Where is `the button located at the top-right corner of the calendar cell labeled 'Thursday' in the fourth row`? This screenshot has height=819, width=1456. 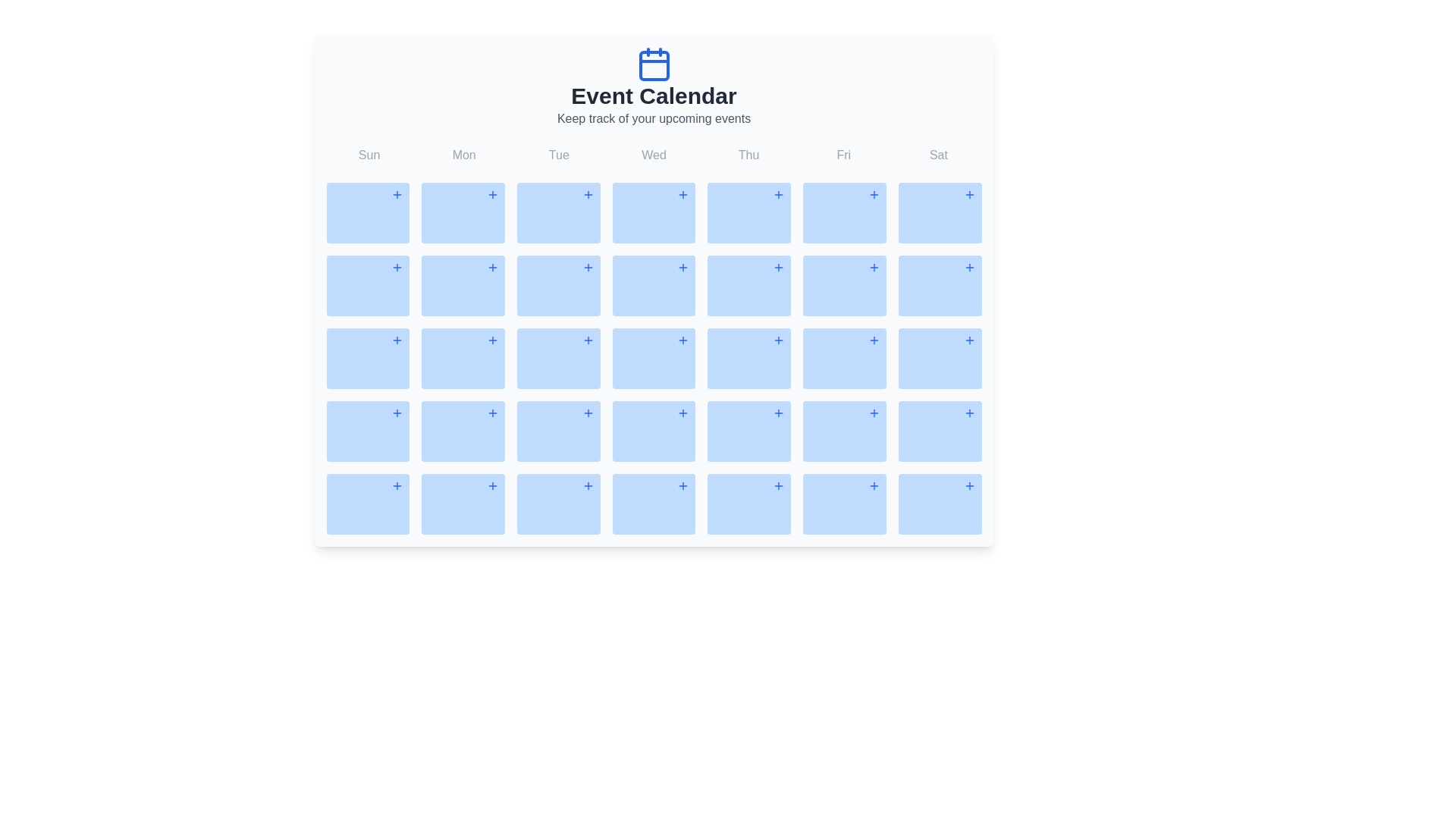
the button located at the top-right corner of the calendar cell labeled 'Thursday' in the fourth row is located at coordinates (779, 267).